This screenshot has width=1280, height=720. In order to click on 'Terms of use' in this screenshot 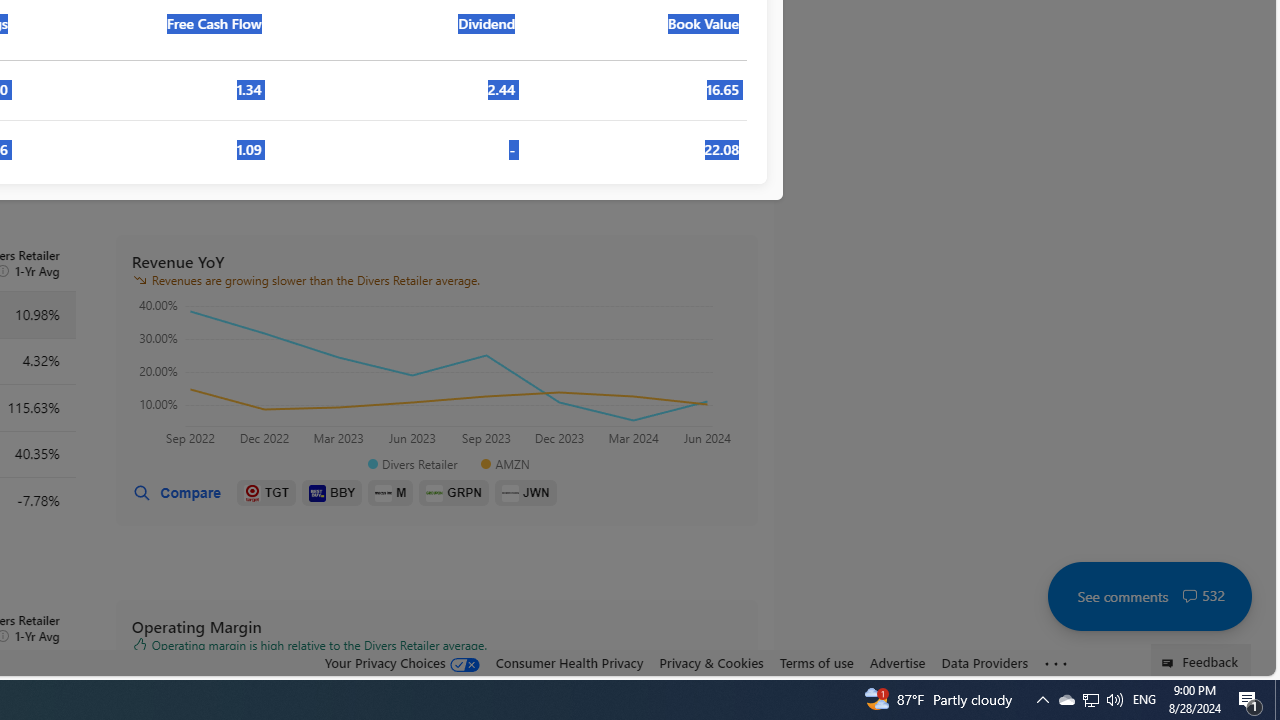, I will do `click(816, 662)`.